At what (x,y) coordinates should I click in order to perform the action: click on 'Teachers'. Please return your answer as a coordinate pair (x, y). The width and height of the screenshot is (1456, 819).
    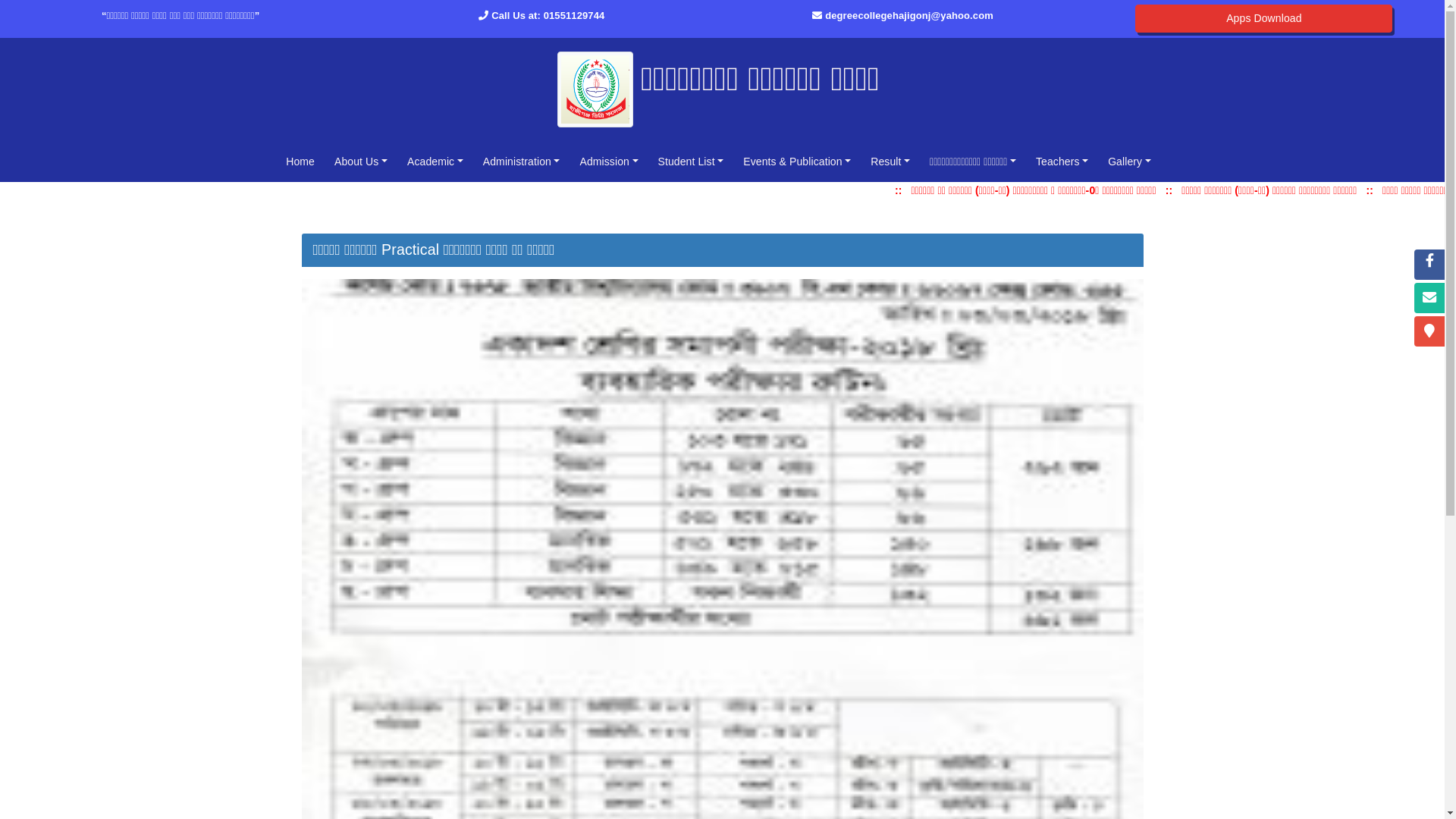
    Looking at the image, I should click on (1061, 161).